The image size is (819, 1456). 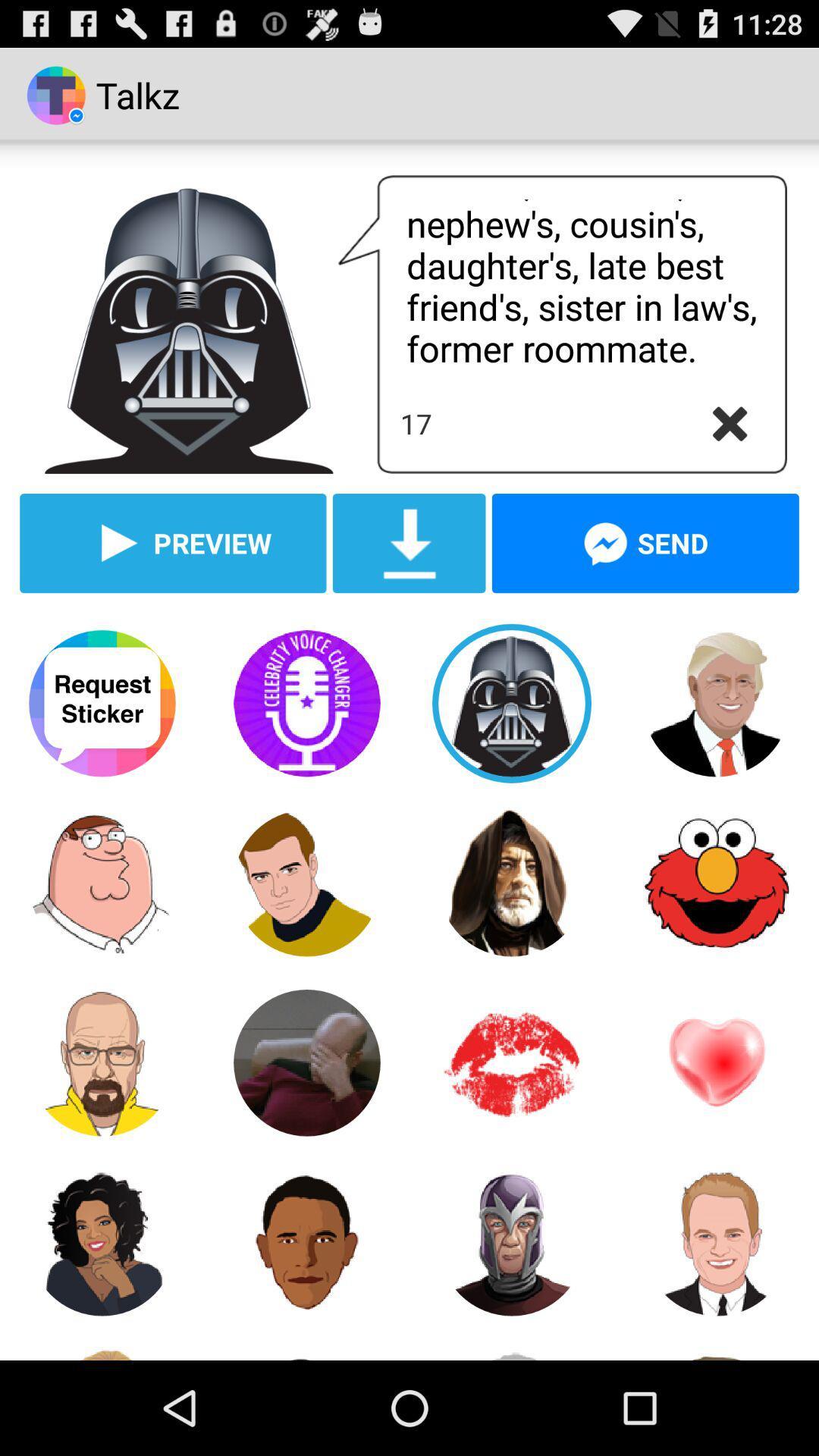 What do you see at coordinates (729, 424) in the screenshot?
I see `close` at bounding box center [729, 424].